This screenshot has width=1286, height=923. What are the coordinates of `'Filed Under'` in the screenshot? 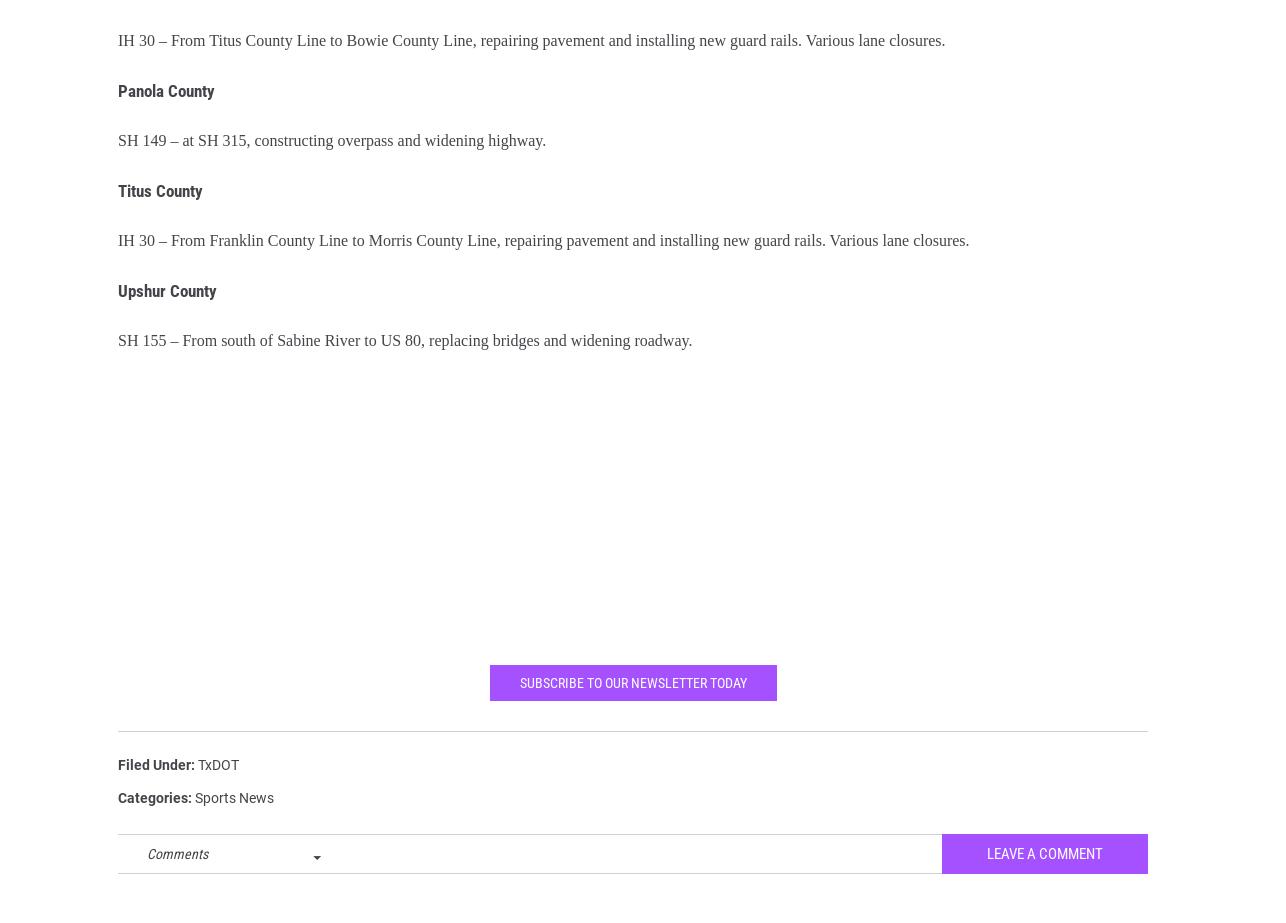 It's located at (118, 778).